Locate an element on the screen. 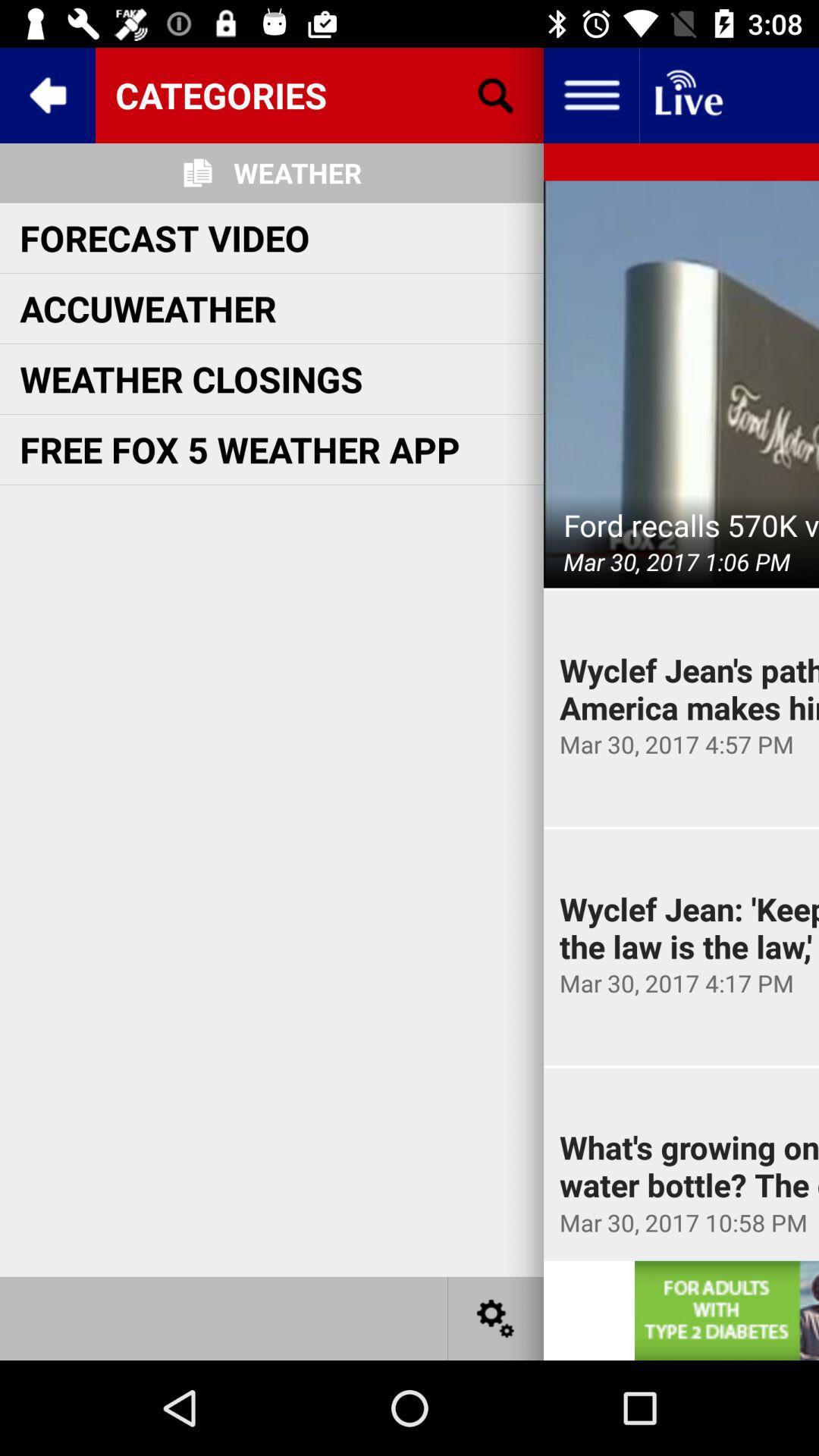 Image resolution: width=819 pixels, height=1456 pixels. icon on the left side of weather is located at coordinates (197, 173).